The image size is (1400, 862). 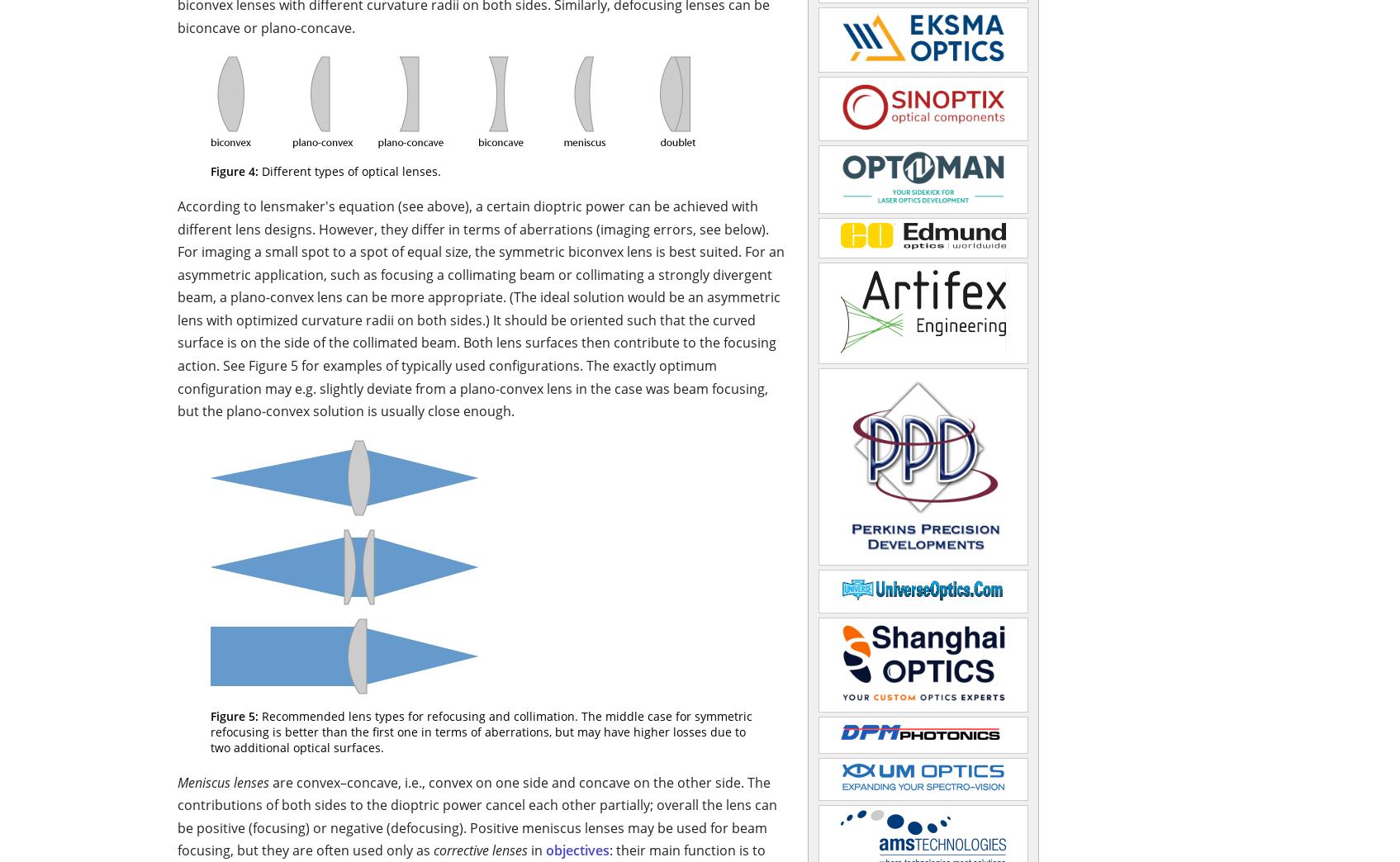 What do you see at coordinates (477, 816) in the screenshot?
I see `'are convex–concave, i.e., convex on one side and concave on the other side.
The contributions of both sides to the dioptric power cancel each other partially; overall the lens can be positive (focusing) or negative (defocusing). Positive meniscus lenses may be used for beam focusing, but they are often used only as'` at bounding box center [477, 816].